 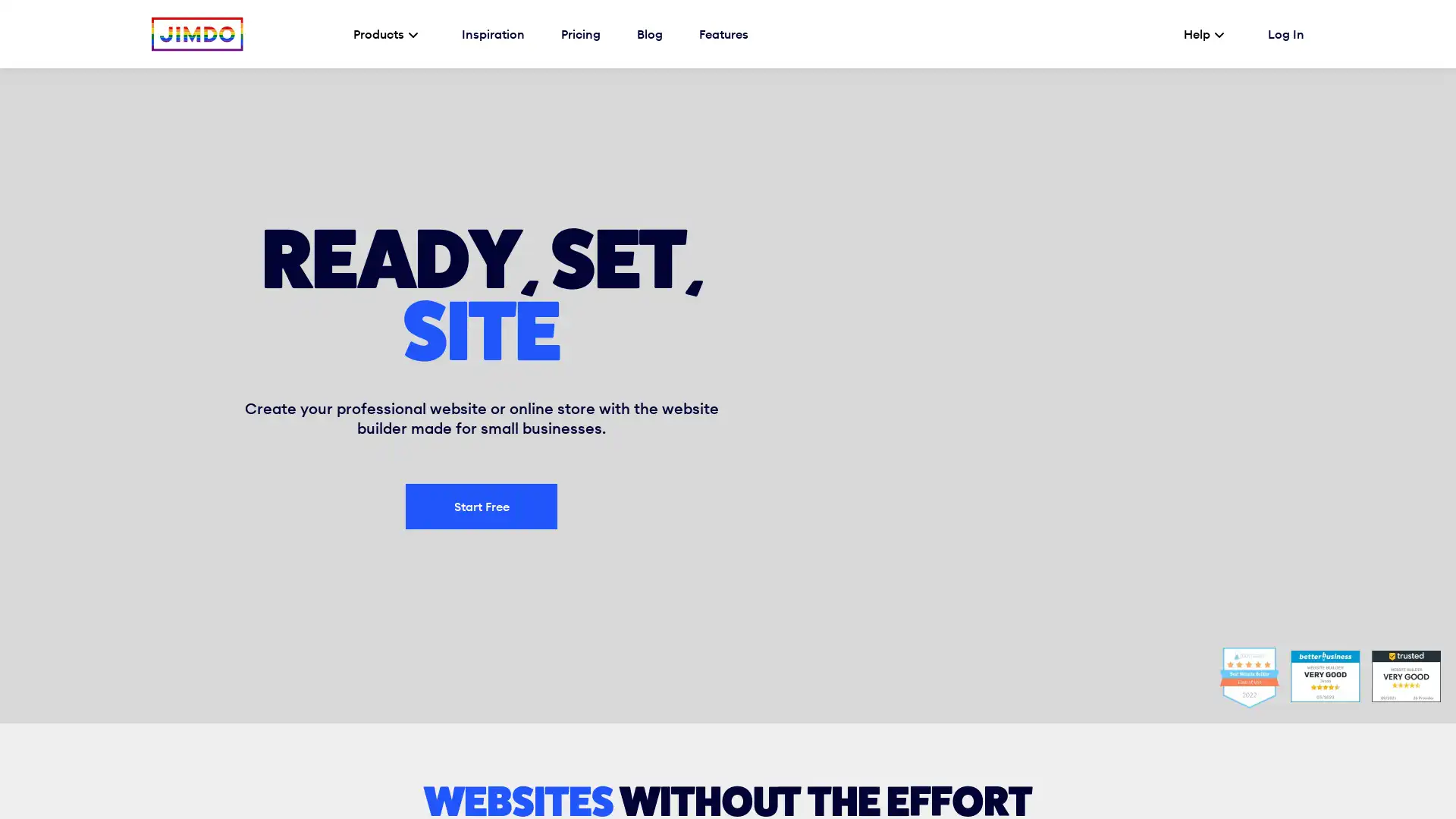 What do you see at coordinates (1222, 786) in the screenshot?
I see `Accept All` at bounding box center [1222, 786].